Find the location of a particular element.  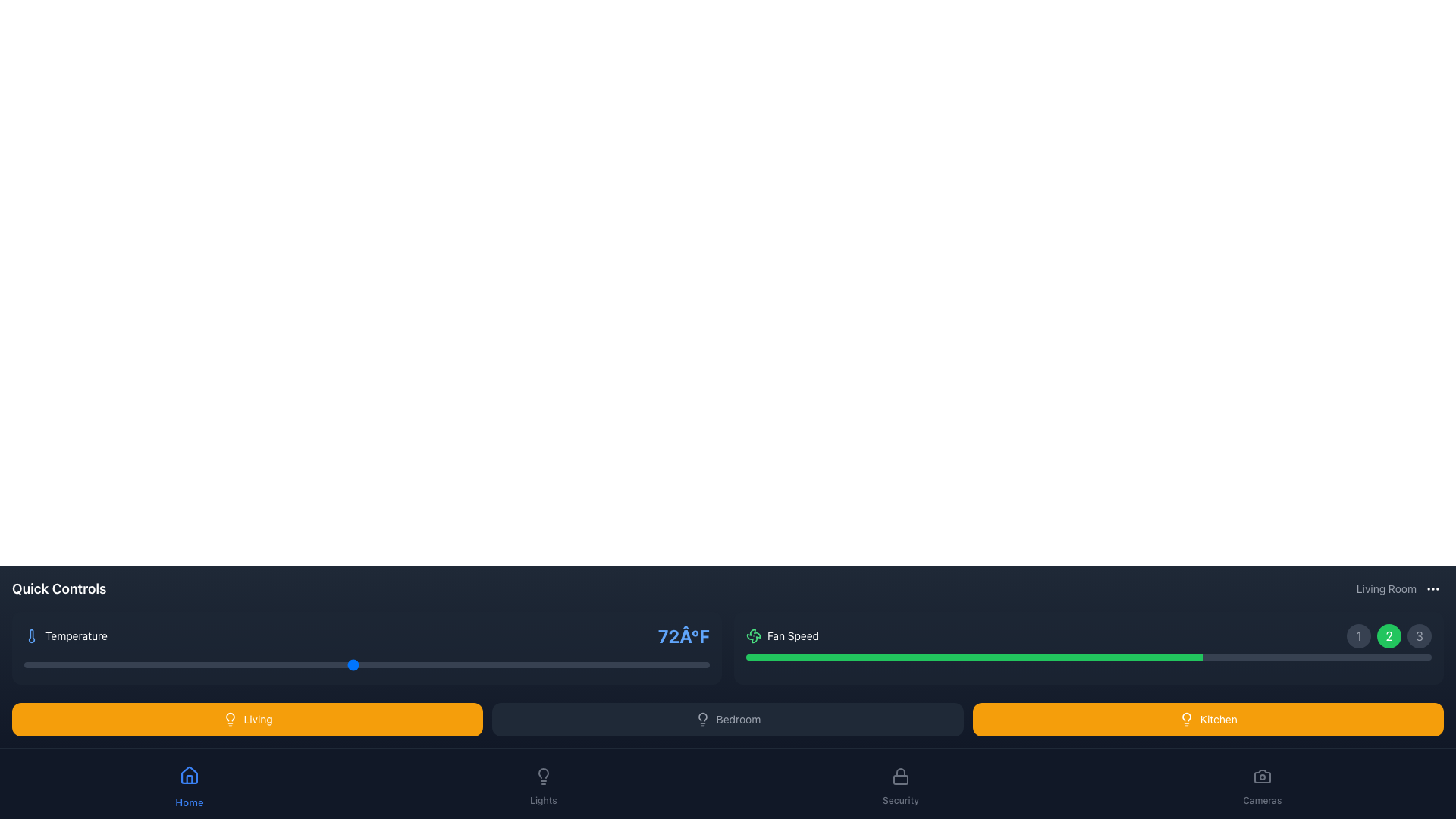

the third button from the left in the horizontal row of buttons at the bottom of the interface is located at coordinates (1207, 718).